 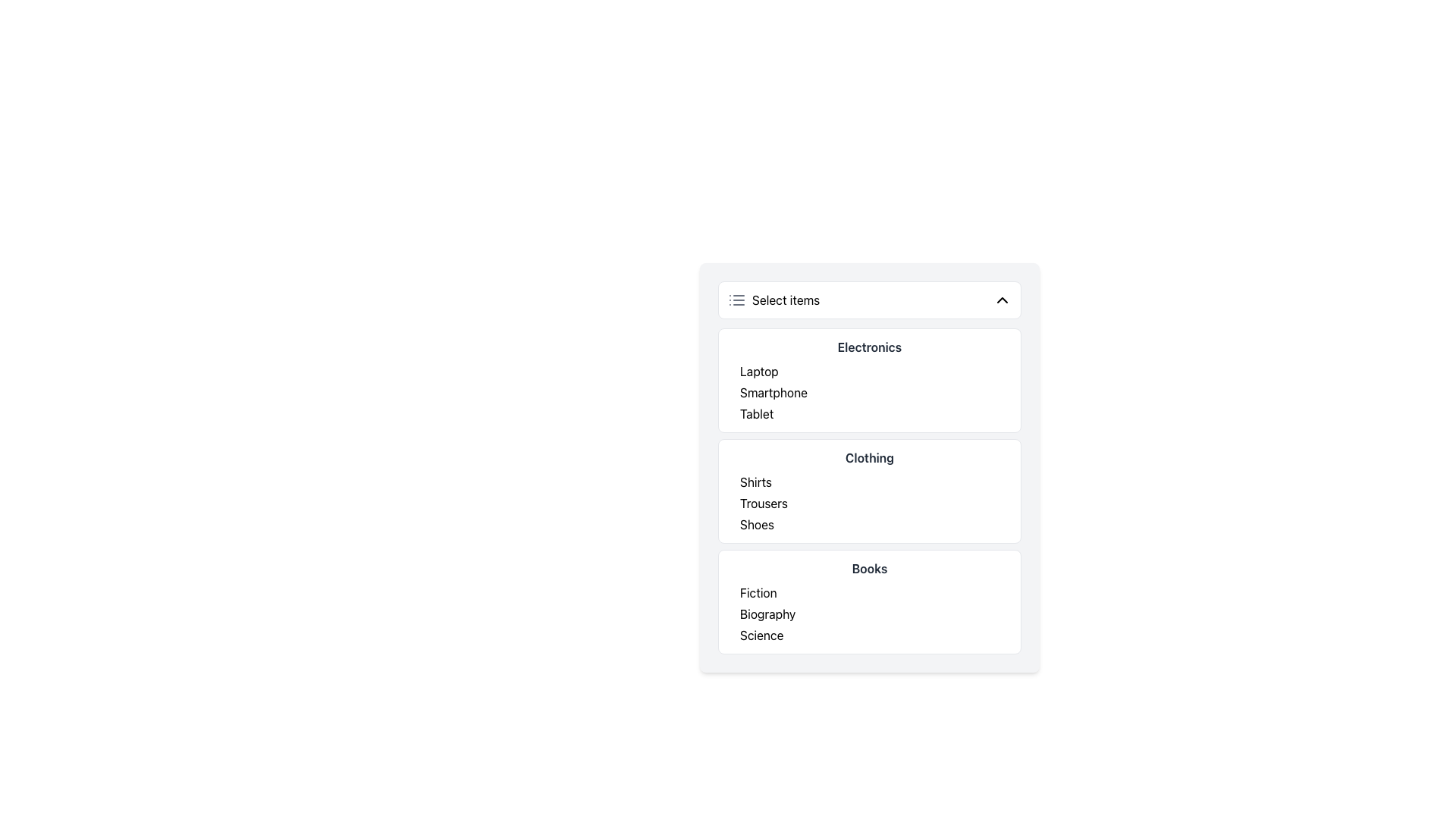 What do you see at coordinates (870, 503) in the screenshot?
I see `the selectable item in the 'Clothing' section of the dropdown menu` at bounding box center [870, 503].